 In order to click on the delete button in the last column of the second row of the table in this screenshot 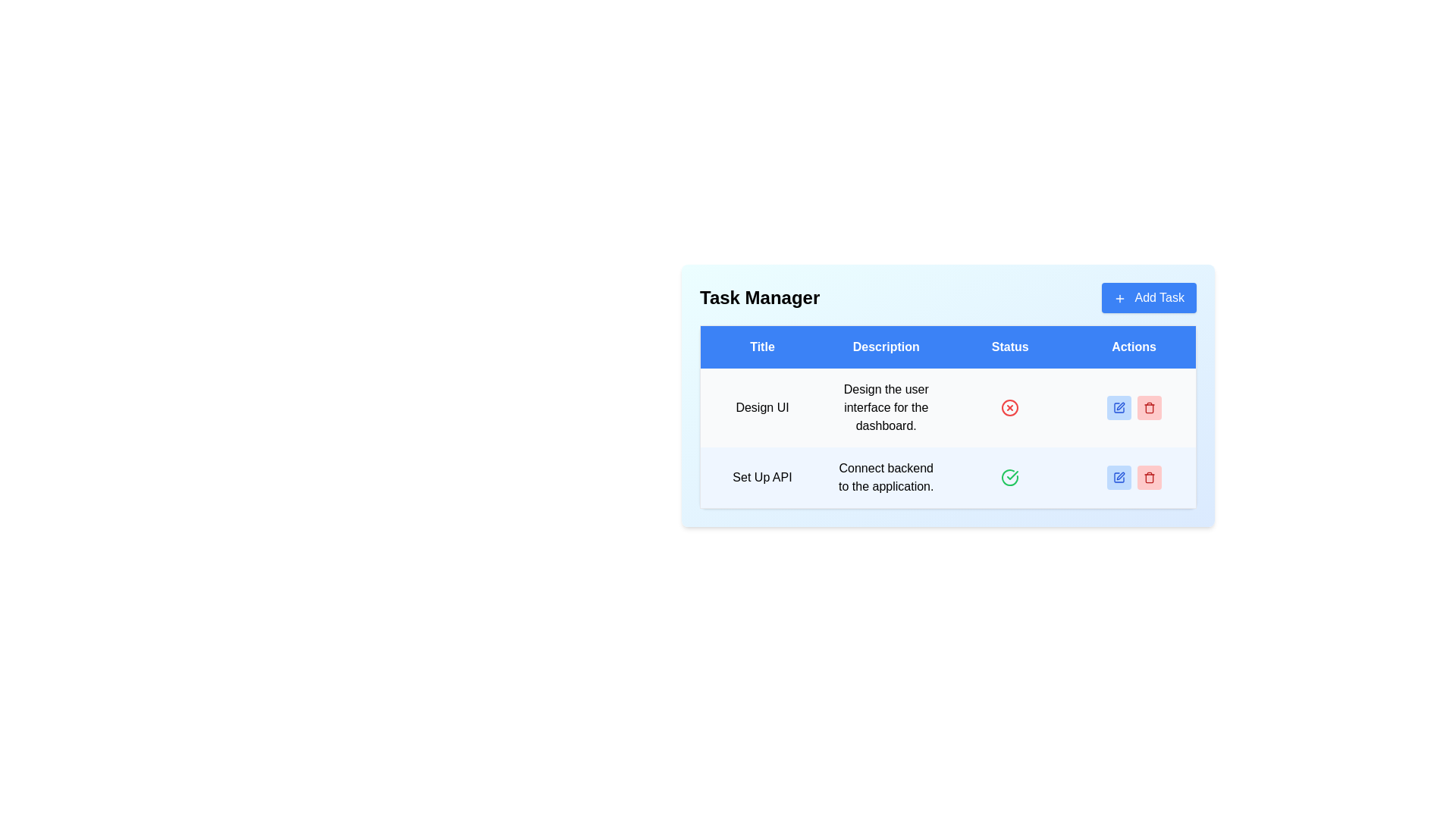, I will do `click(1149, 476)`.